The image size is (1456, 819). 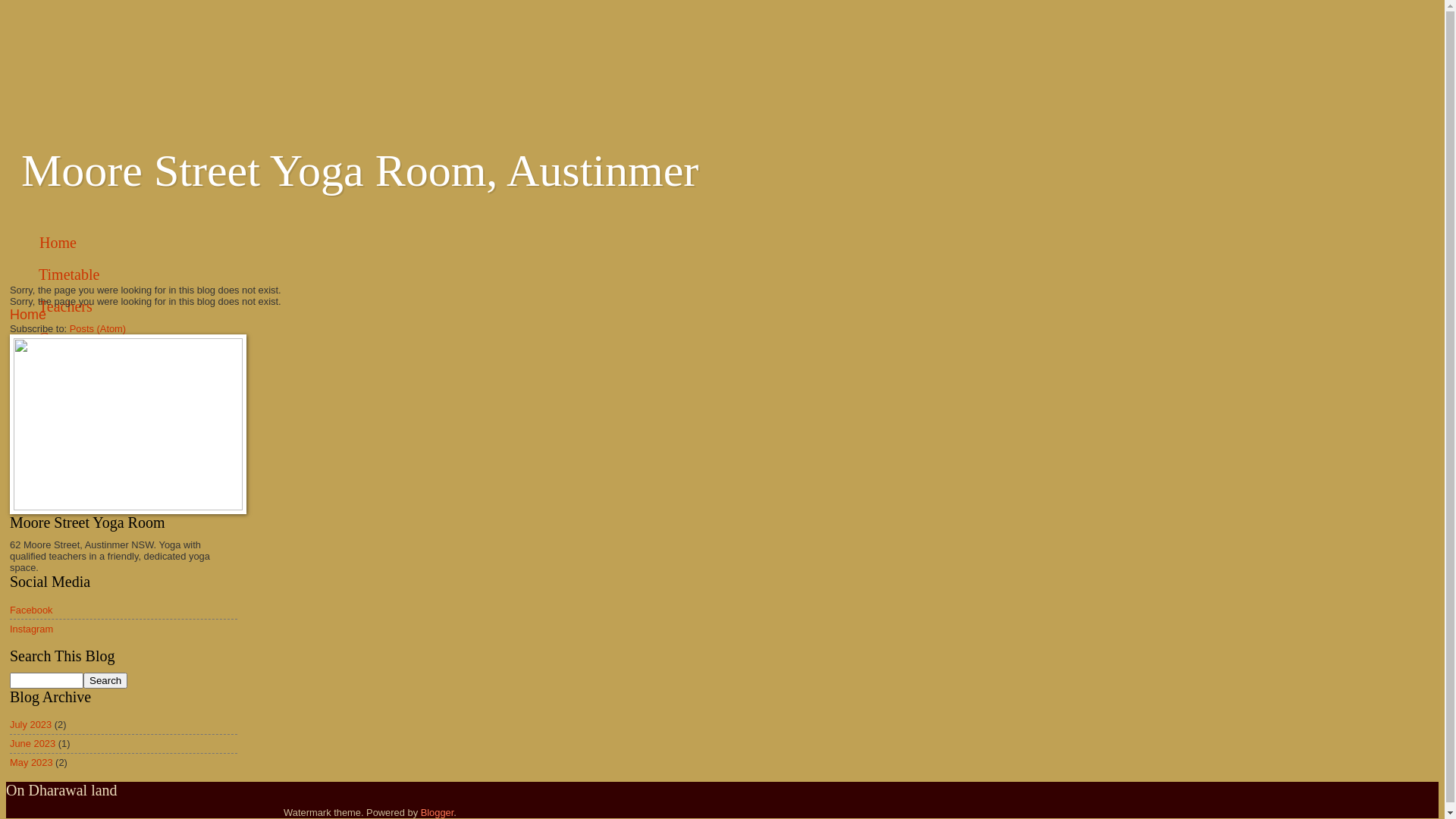 I want to click on 'Teachers', so click(x=64, y=306).